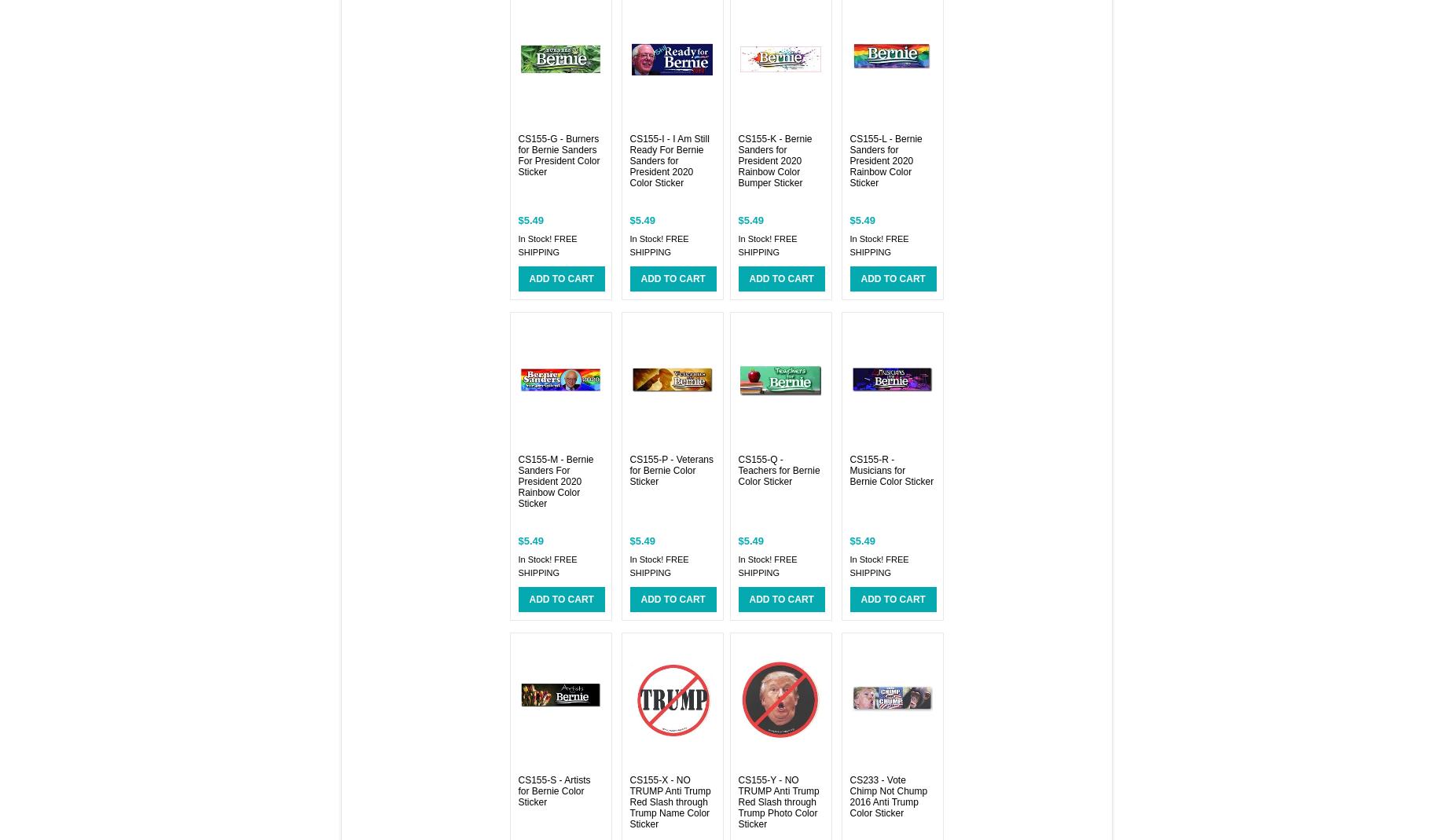 This screenshot has height=840, width=1453. Describe the element at coordinates (555, 481) in the screenshot. I see `'CS155-M - Bernie Sanders For President 2020 Rainbow Color Sticker'` at that location.